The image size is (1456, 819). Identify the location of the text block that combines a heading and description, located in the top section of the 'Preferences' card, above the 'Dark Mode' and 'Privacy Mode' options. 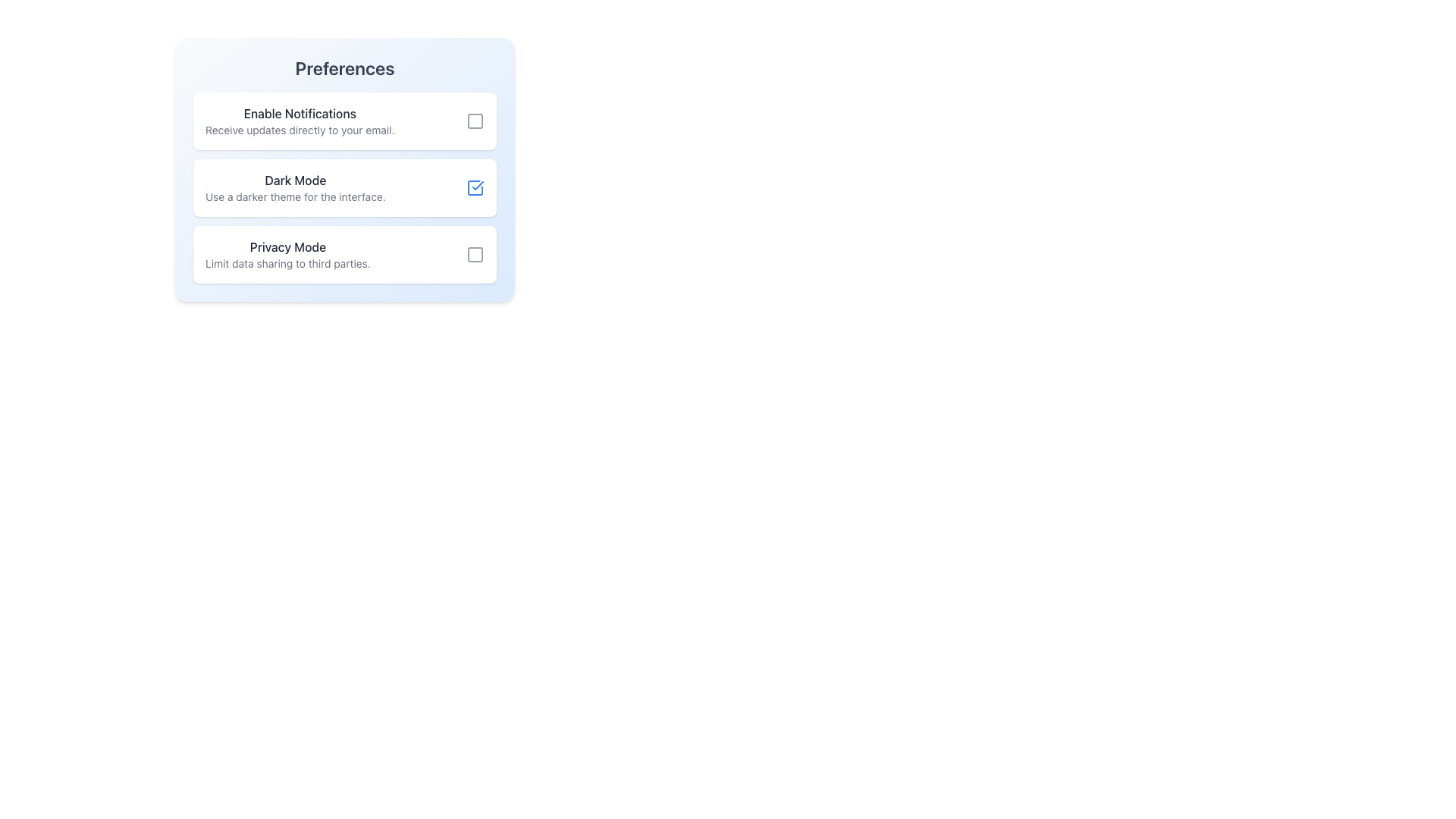
(300, 120).